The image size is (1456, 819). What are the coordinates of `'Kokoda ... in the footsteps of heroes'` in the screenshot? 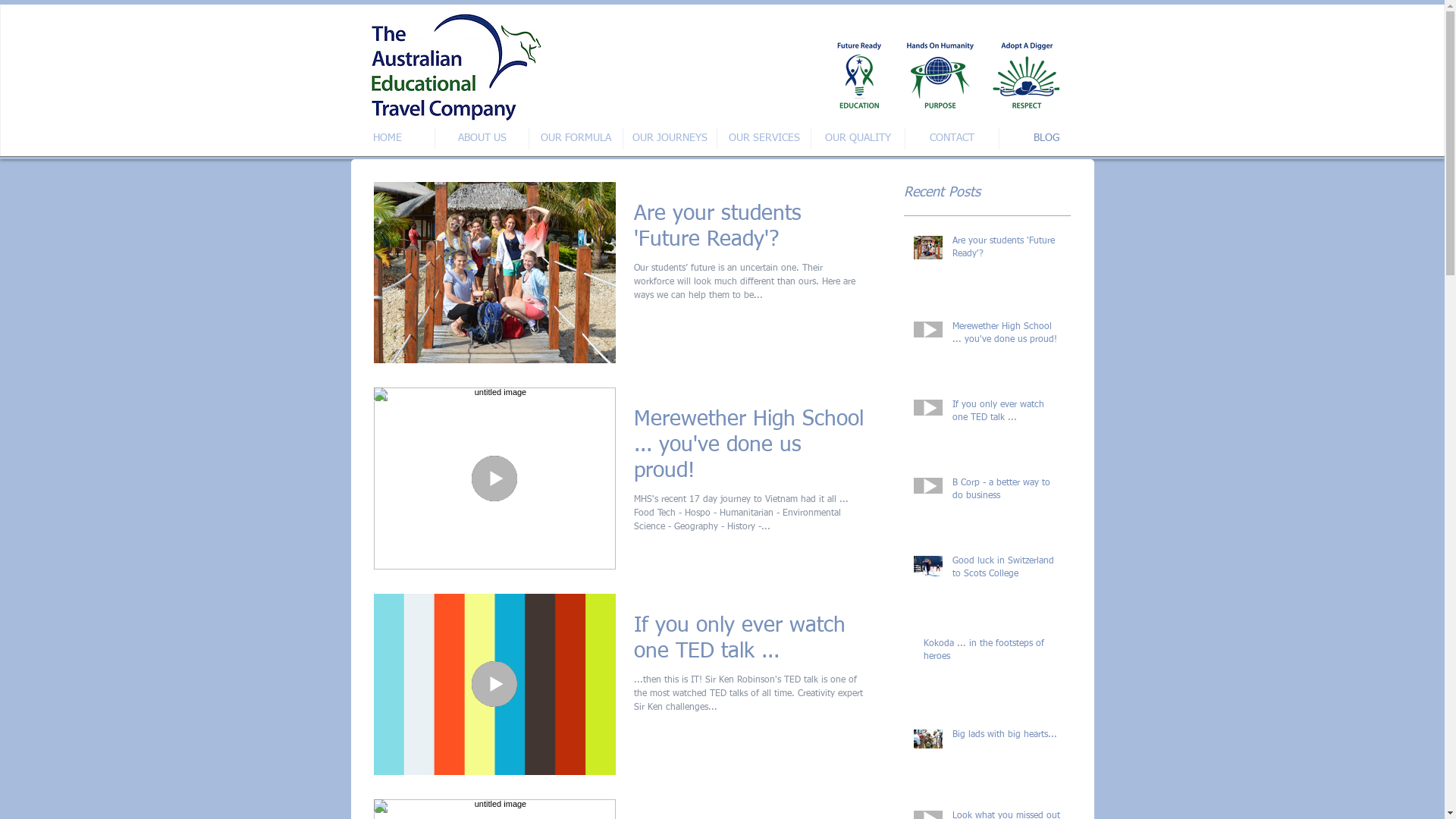 It's located at (993, 652).